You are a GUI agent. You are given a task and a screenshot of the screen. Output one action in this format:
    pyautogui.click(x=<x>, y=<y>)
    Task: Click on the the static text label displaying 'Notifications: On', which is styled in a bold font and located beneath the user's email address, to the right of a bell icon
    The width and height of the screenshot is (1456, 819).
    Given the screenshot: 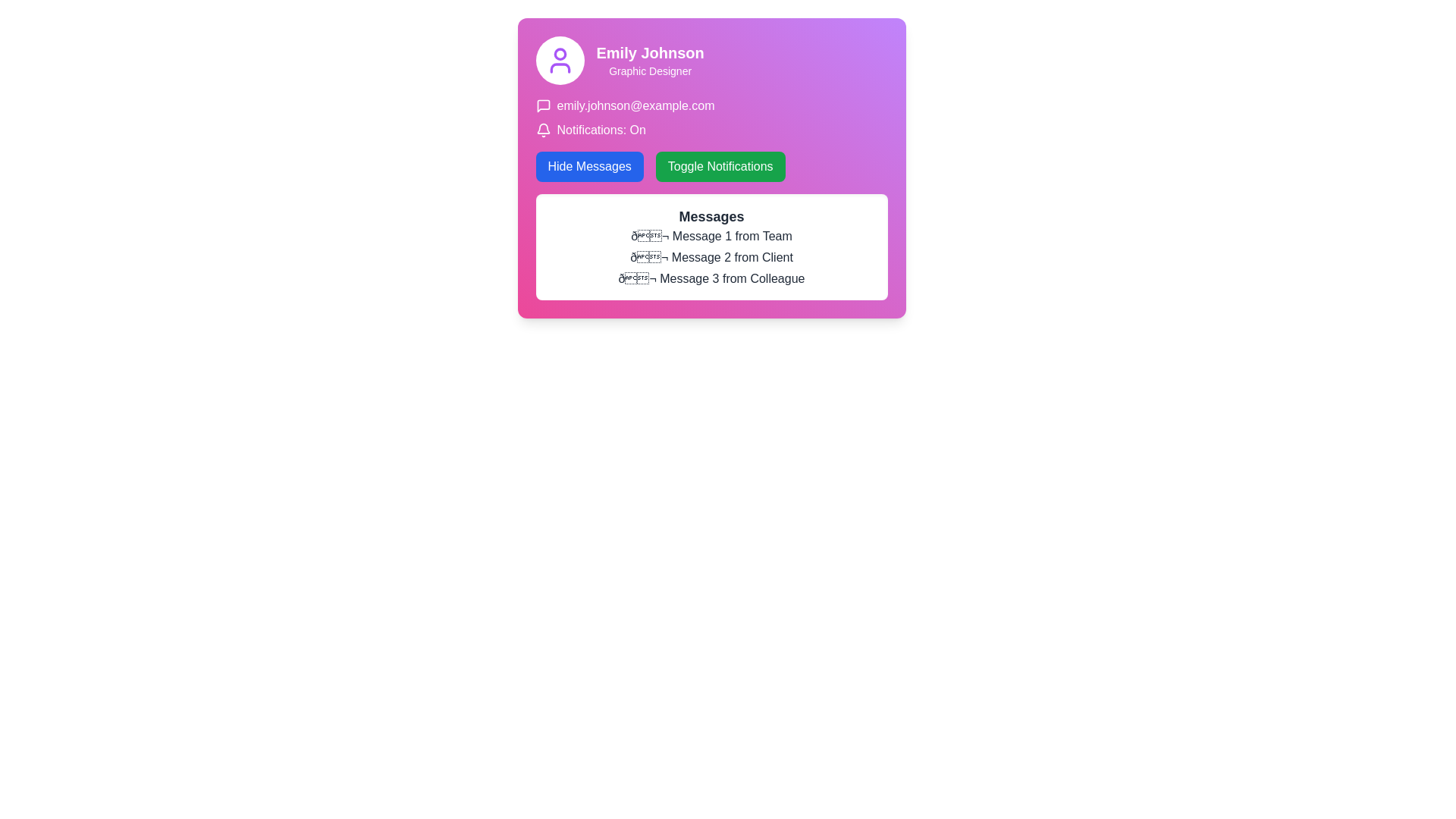 What is the action you would take?
    pyautogui.click(x=601, y=130)
    